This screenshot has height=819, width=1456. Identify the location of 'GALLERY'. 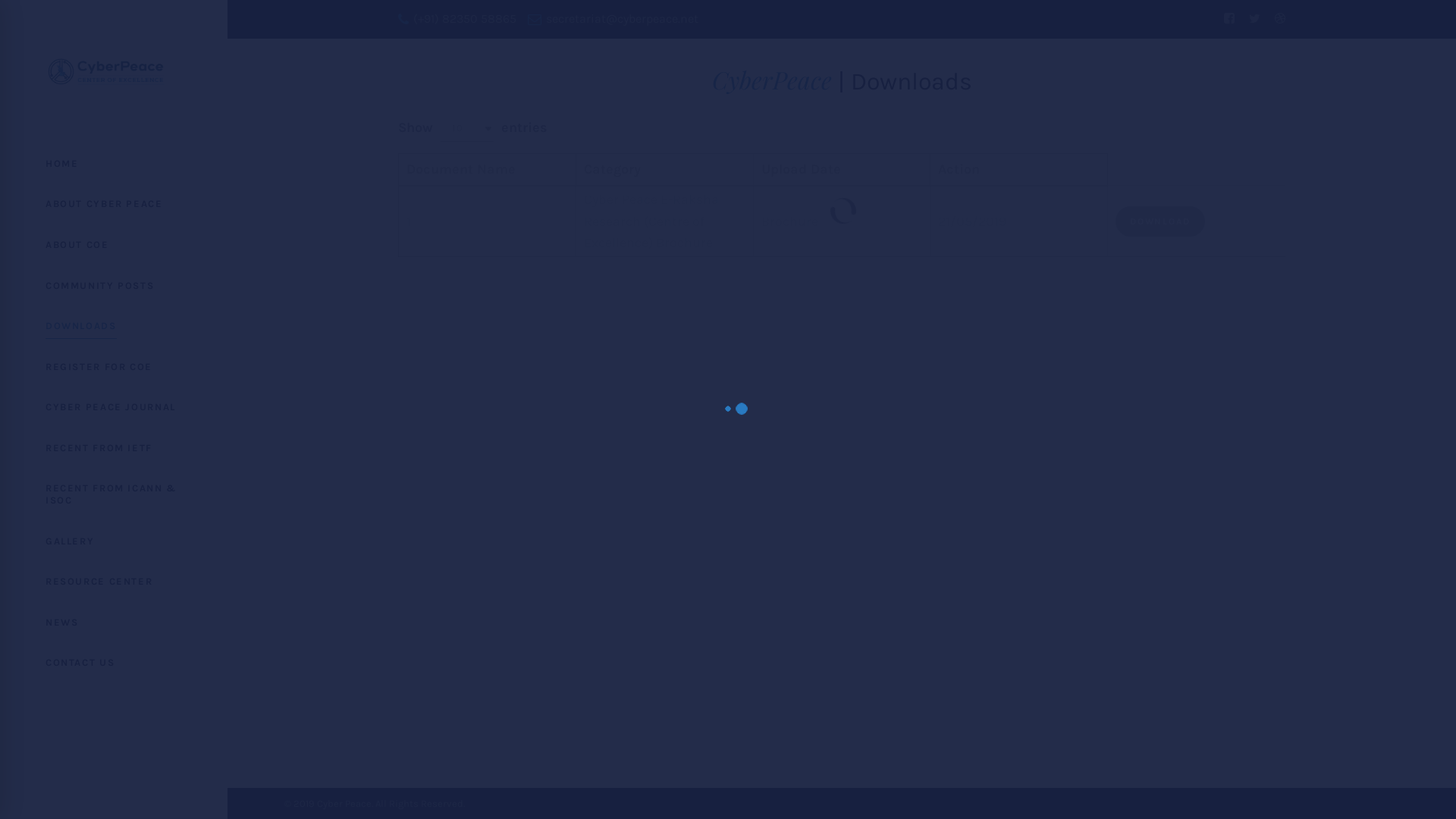
(112, 540).